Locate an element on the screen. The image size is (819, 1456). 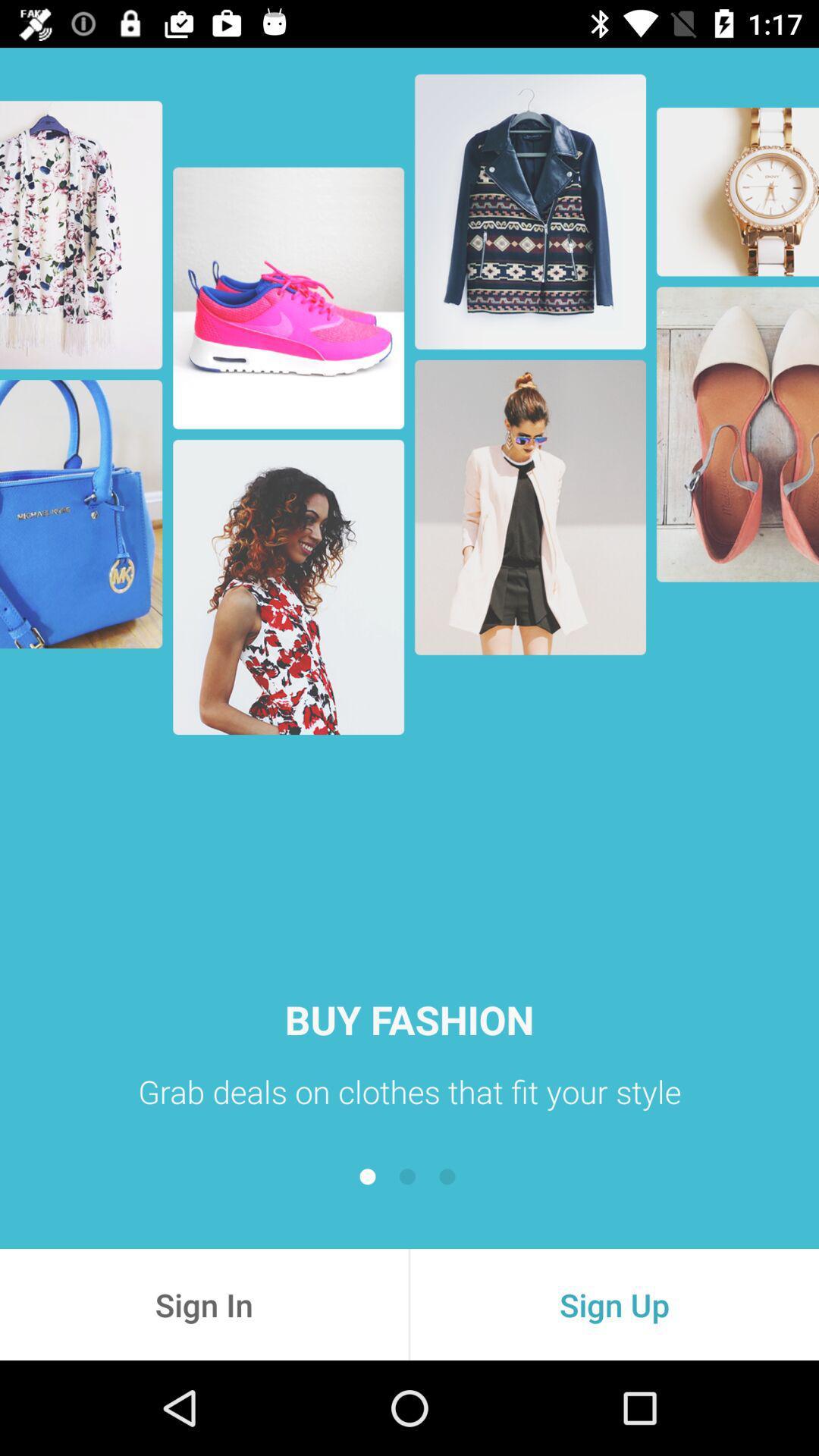
the sign up is located at coordinates (614, 1304).